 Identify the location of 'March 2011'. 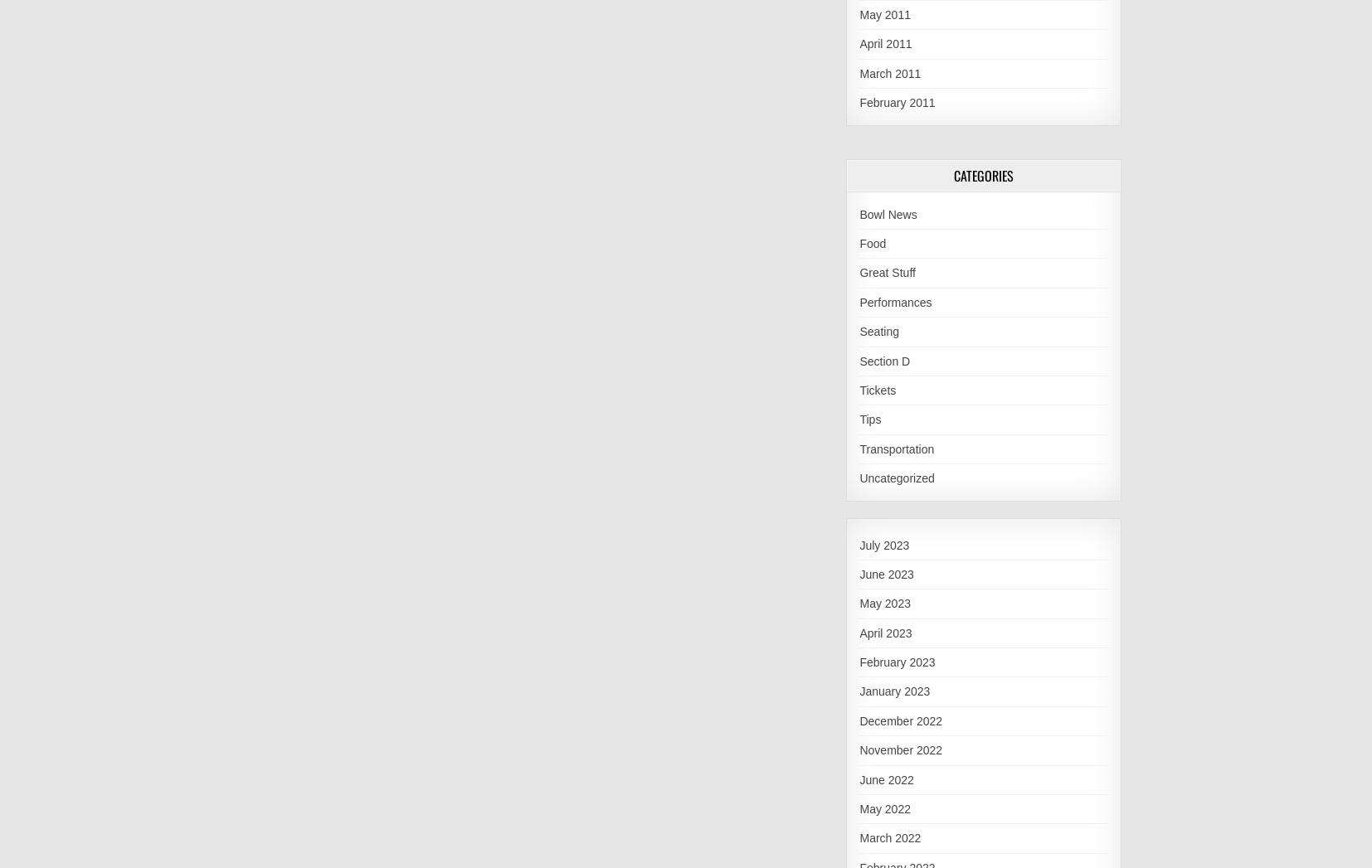
(859, 72).